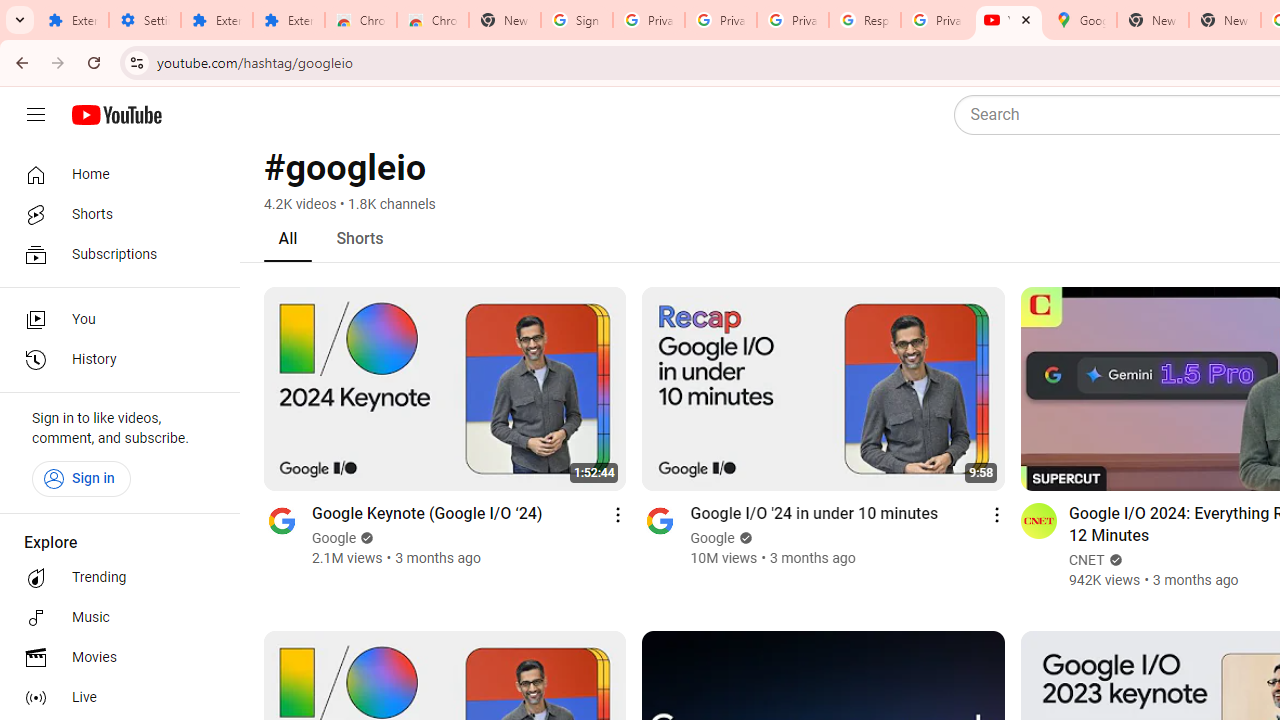  Describe the element at coordinates (35, 115) in the screenshot. I see `'Guide'` at that location.